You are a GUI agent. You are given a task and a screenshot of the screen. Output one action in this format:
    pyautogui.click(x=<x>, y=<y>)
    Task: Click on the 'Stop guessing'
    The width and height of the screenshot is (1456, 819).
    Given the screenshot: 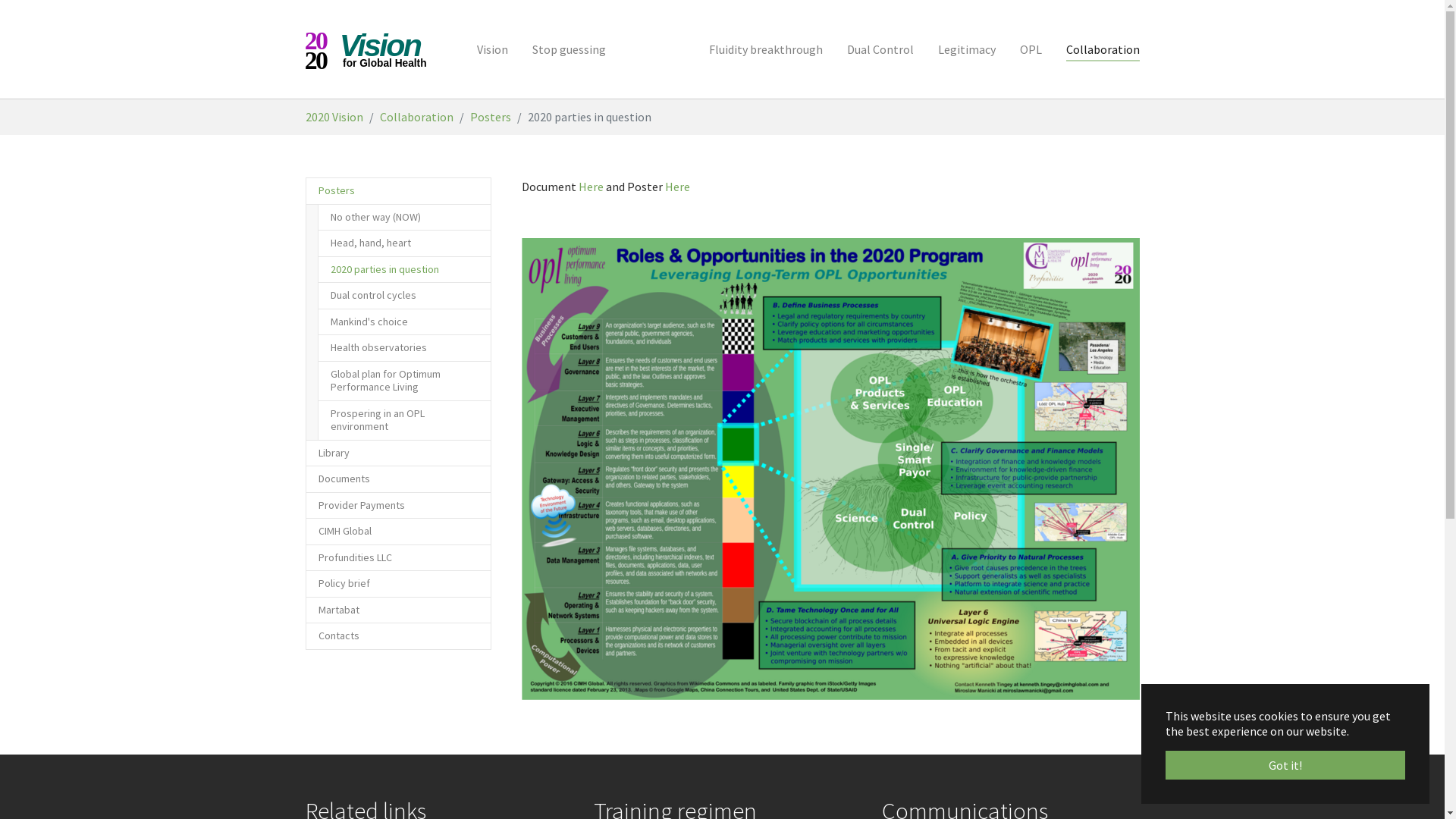 What is the action you would take?
    pyautogui.click(x=568, y=49)
    